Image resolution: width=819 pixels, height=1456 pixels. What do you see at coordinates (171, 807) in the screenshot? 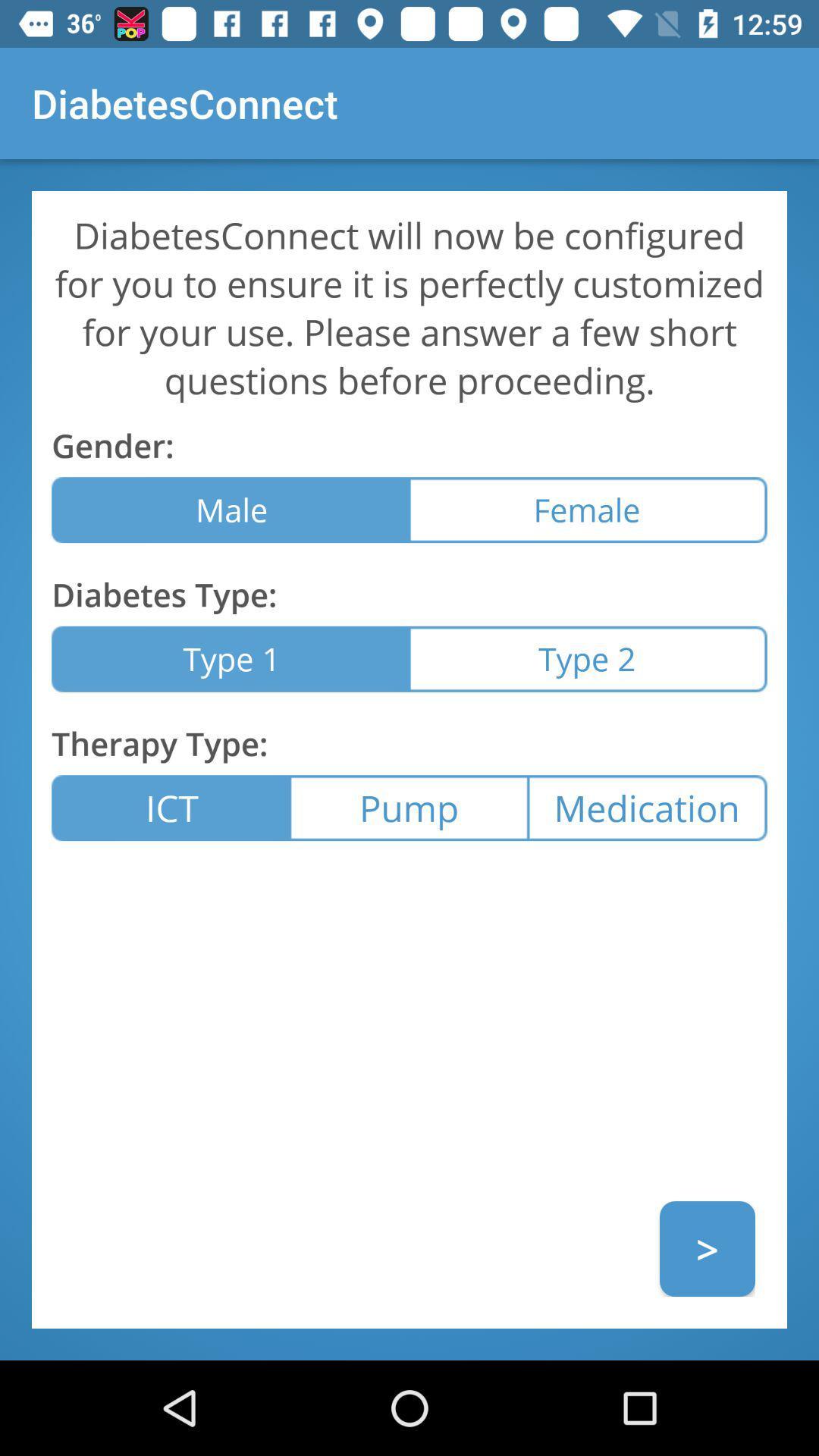
I see `ict item` at bounding box center [171, 807].